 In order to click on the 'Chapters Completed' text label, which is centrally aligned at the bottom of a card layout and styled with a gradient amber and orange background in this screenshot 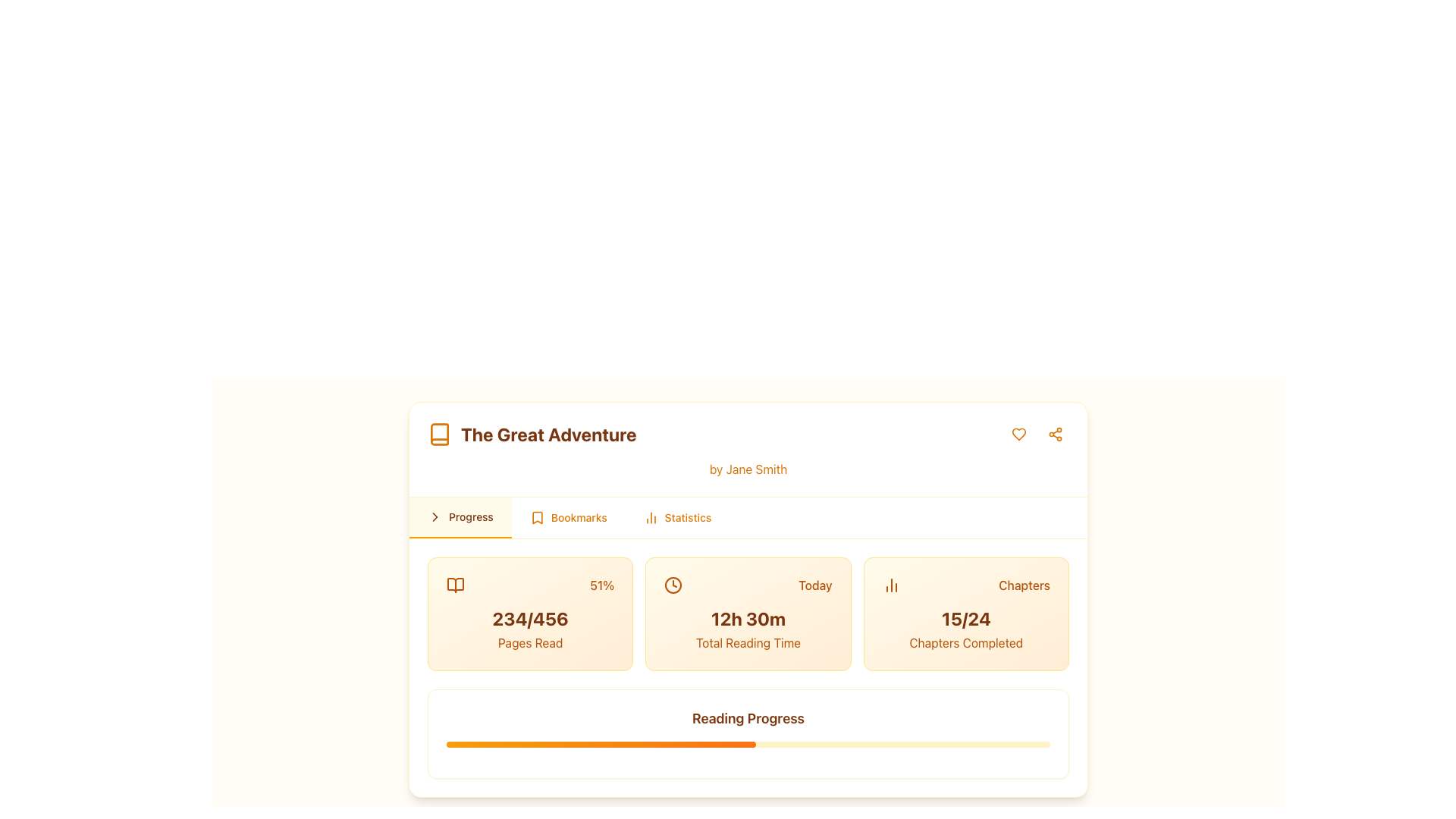, I will do `click(965, 643)`.